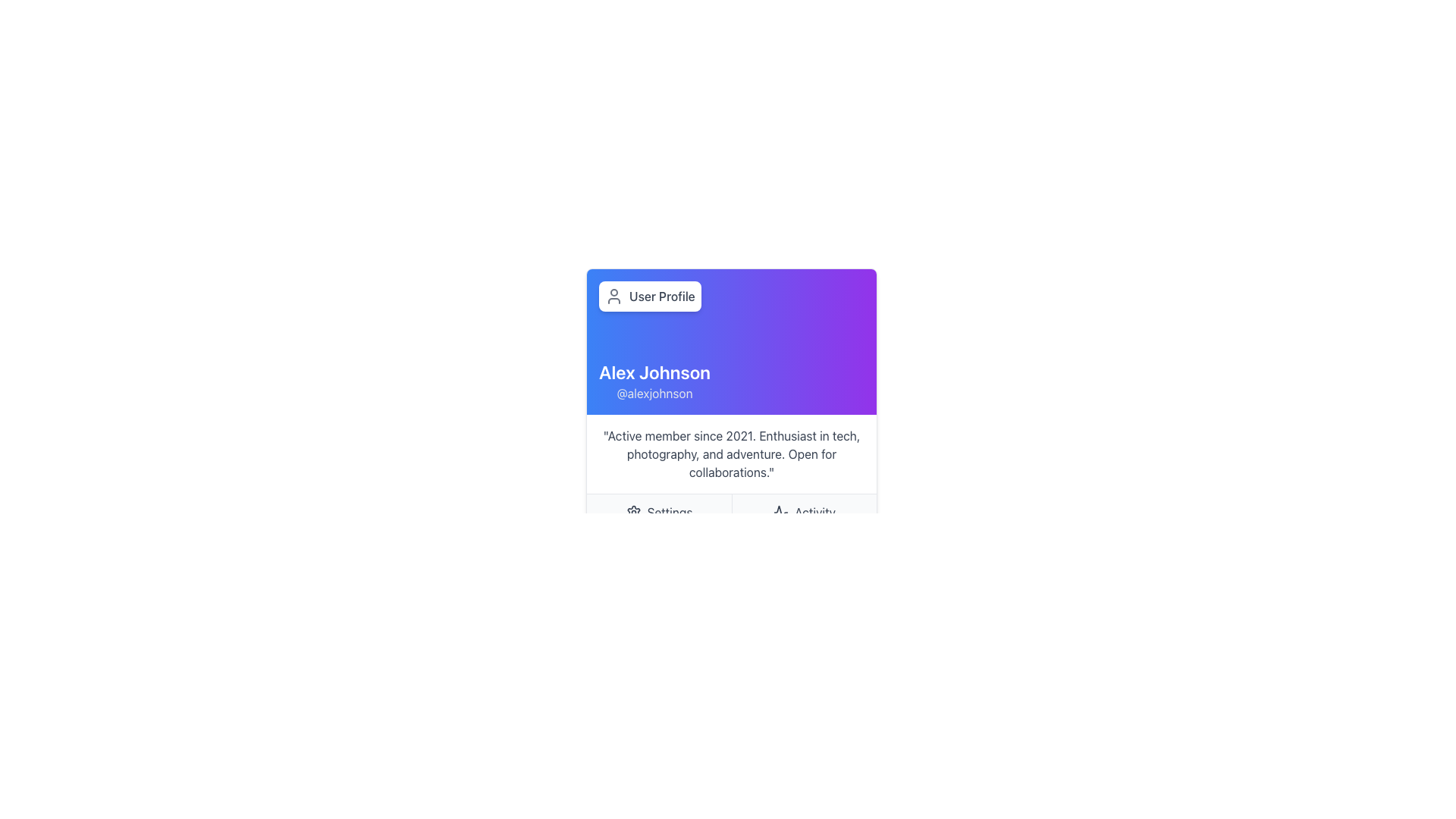 This screenshot has width=1456, height=819. I want to click on the settings icon, which is a small cogwheel-like SVG icon located to the left of the 'Settings' text label in the horizontal menu below the user profile details section, so click(633, 512).